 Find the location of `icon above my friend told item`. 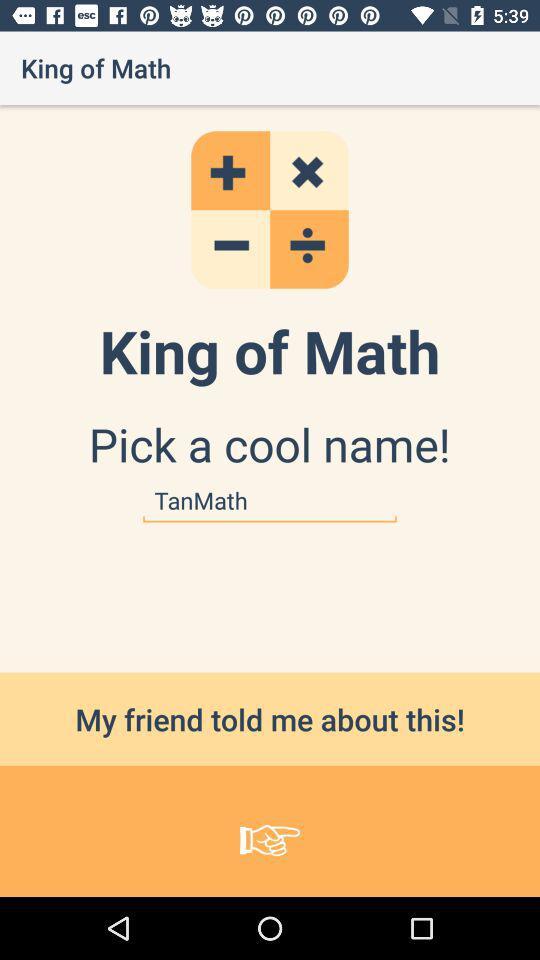

icon above my friend told item is located at coordinates (270, 500).